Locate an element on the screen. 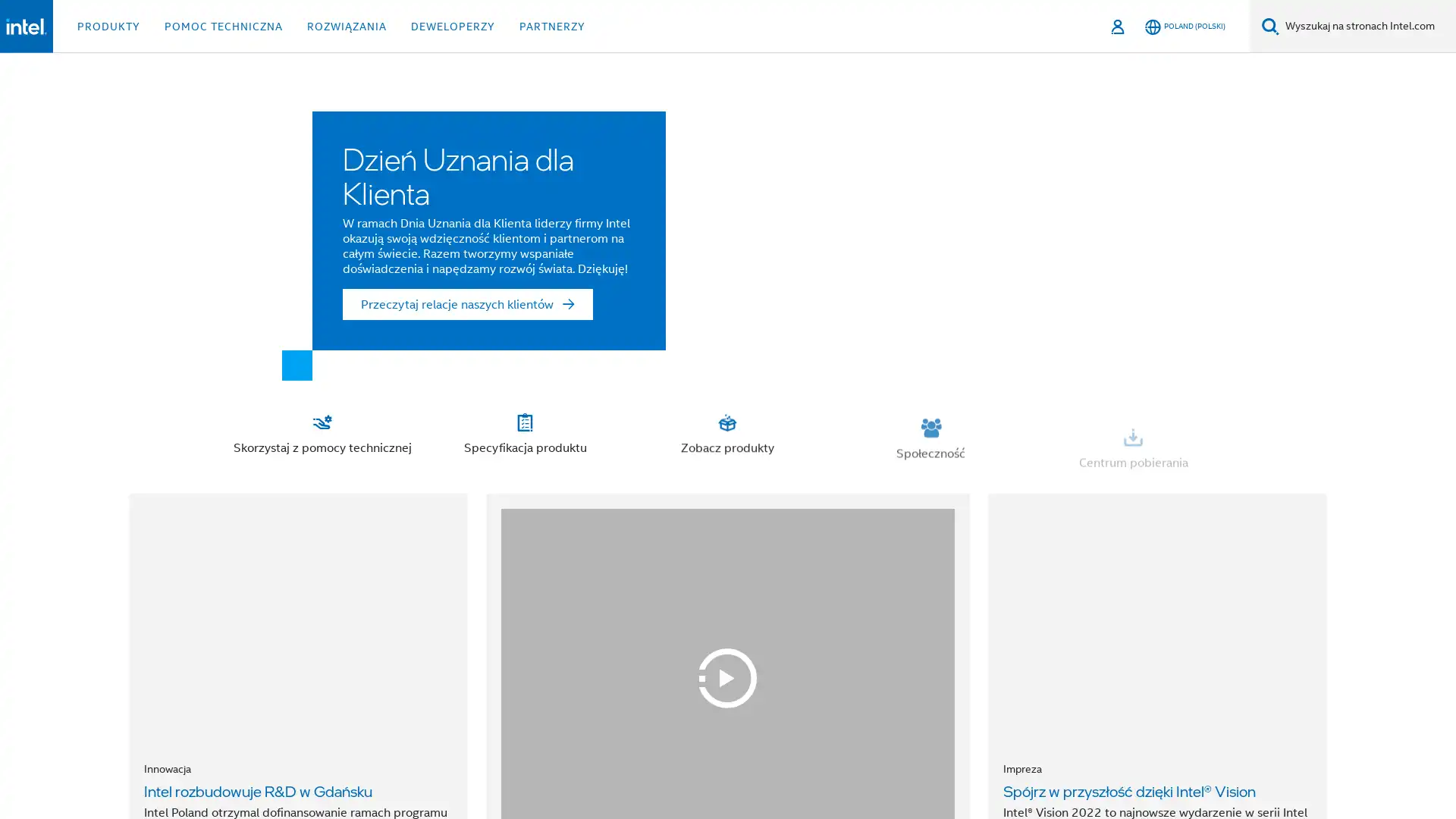  Zaloguj sie is located at coordinates (1119, 26).